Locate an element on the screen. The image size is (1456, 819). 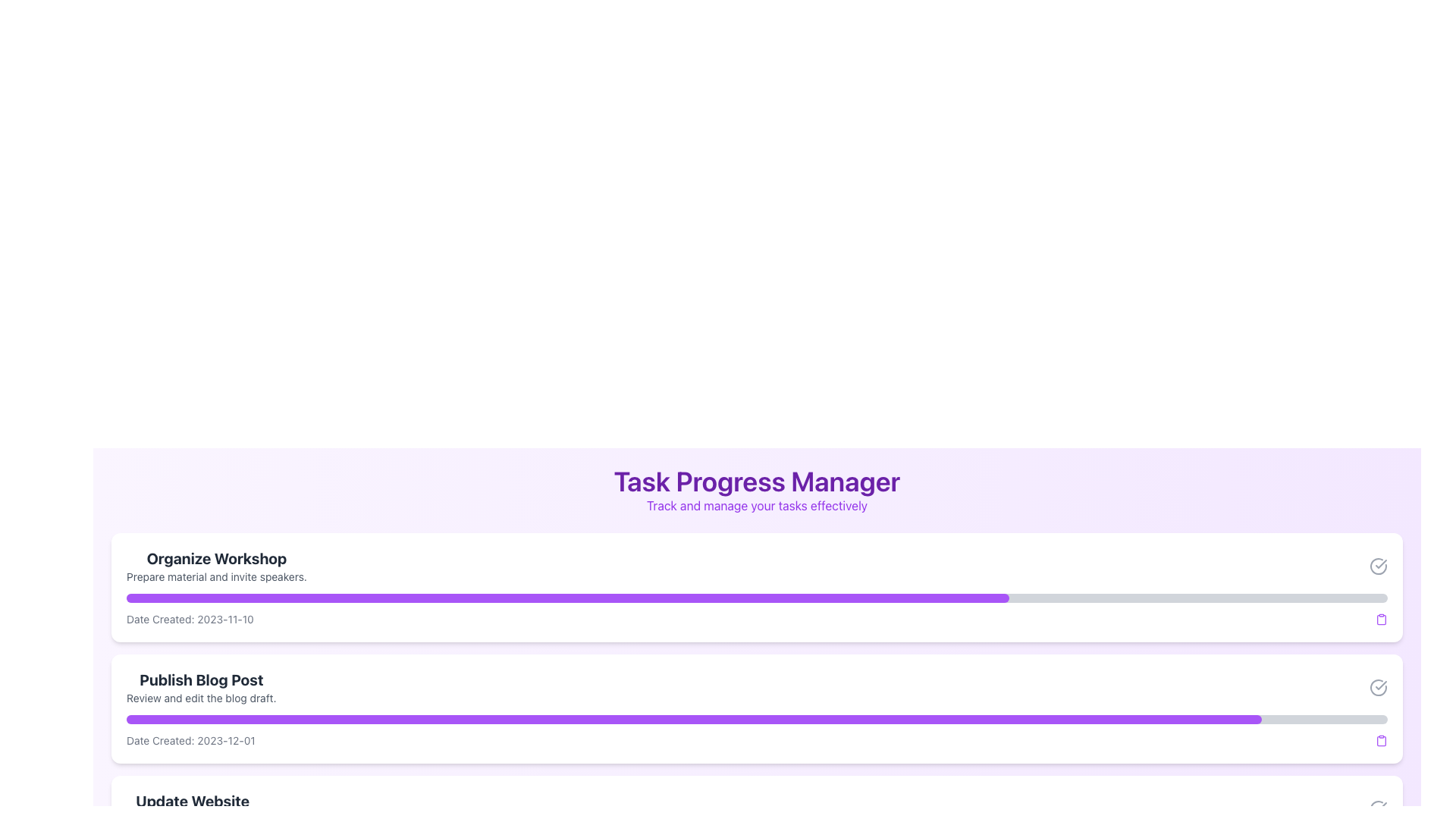
the informational text displaying the creation date of a related task, located beneath the 'Publish Blog Post' task header and progress indicator is located at coordinates (190, 739).